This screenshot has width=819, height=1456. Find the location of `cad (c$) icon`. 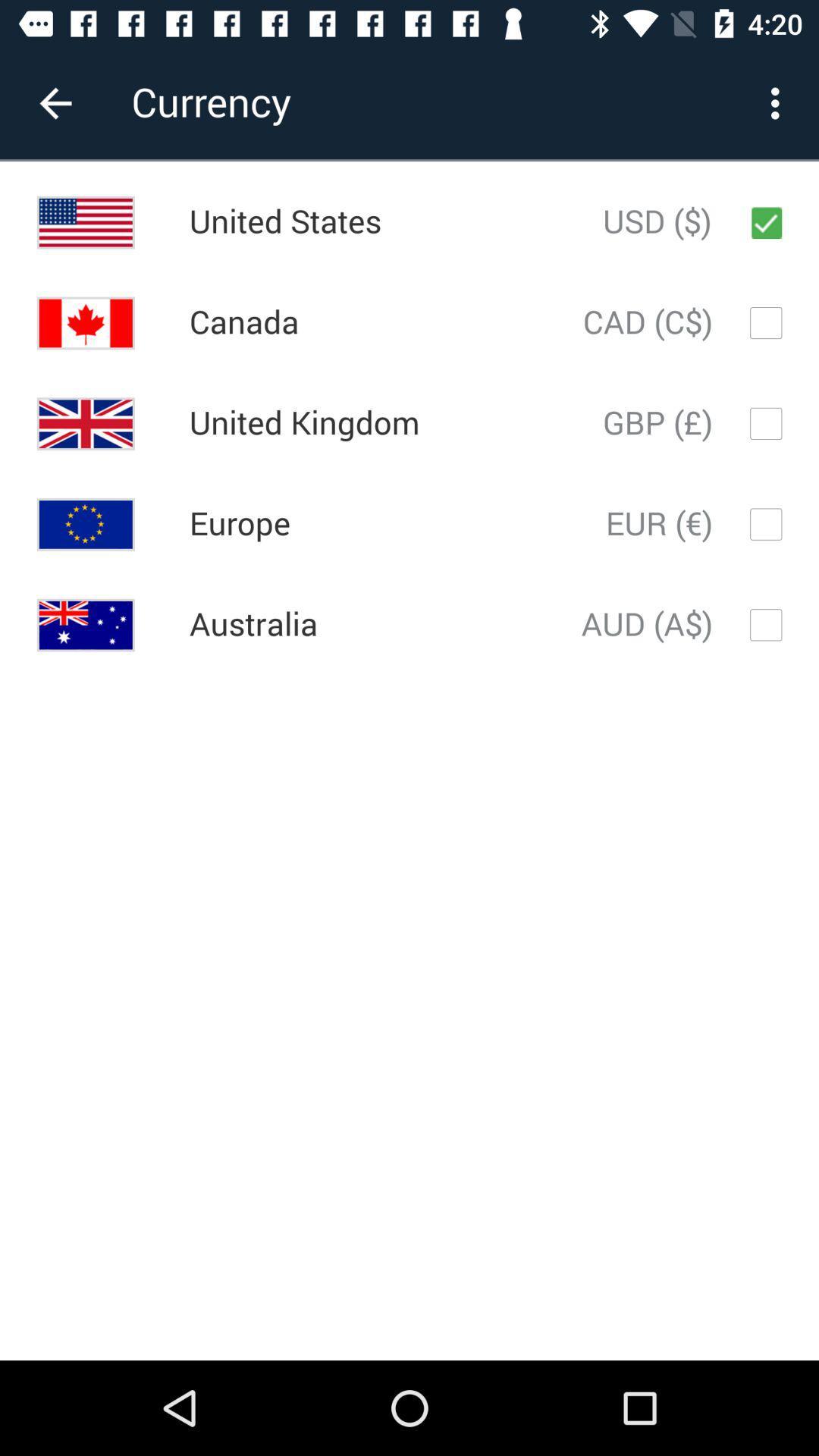

cad (c$) icon is located at coordinates (648, 322).